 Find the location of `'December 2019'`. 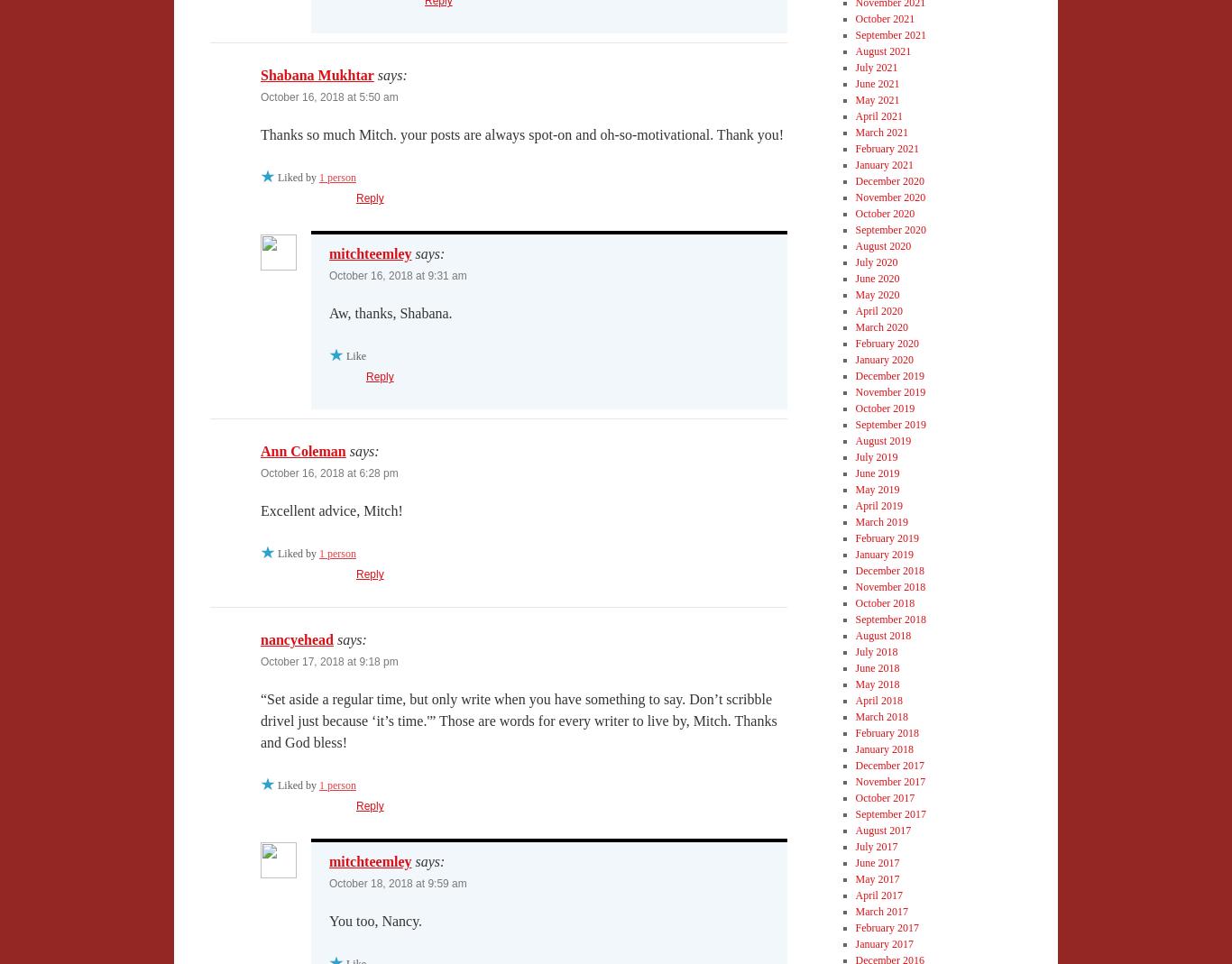

'December 2019' is located at coordinates (888, 374).